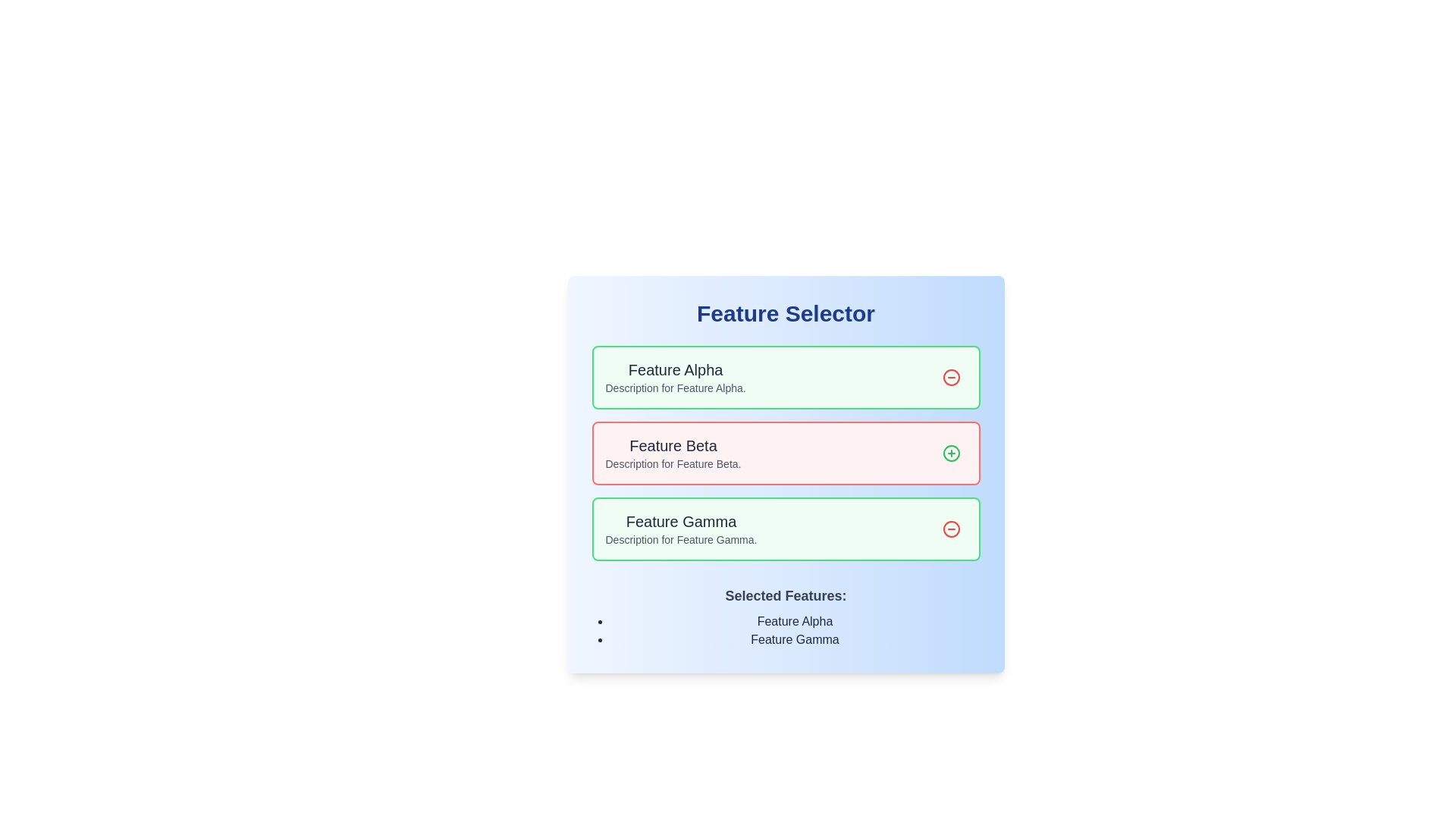 Image resolution: width=1456 pixels, height=819 pixels. Describe the element at coordinates (950, 376) in the screenshot. I see `the circular button with a red border and a minus sign icon located at the upper right corner of the 'Feature Alpha' card` at that location.